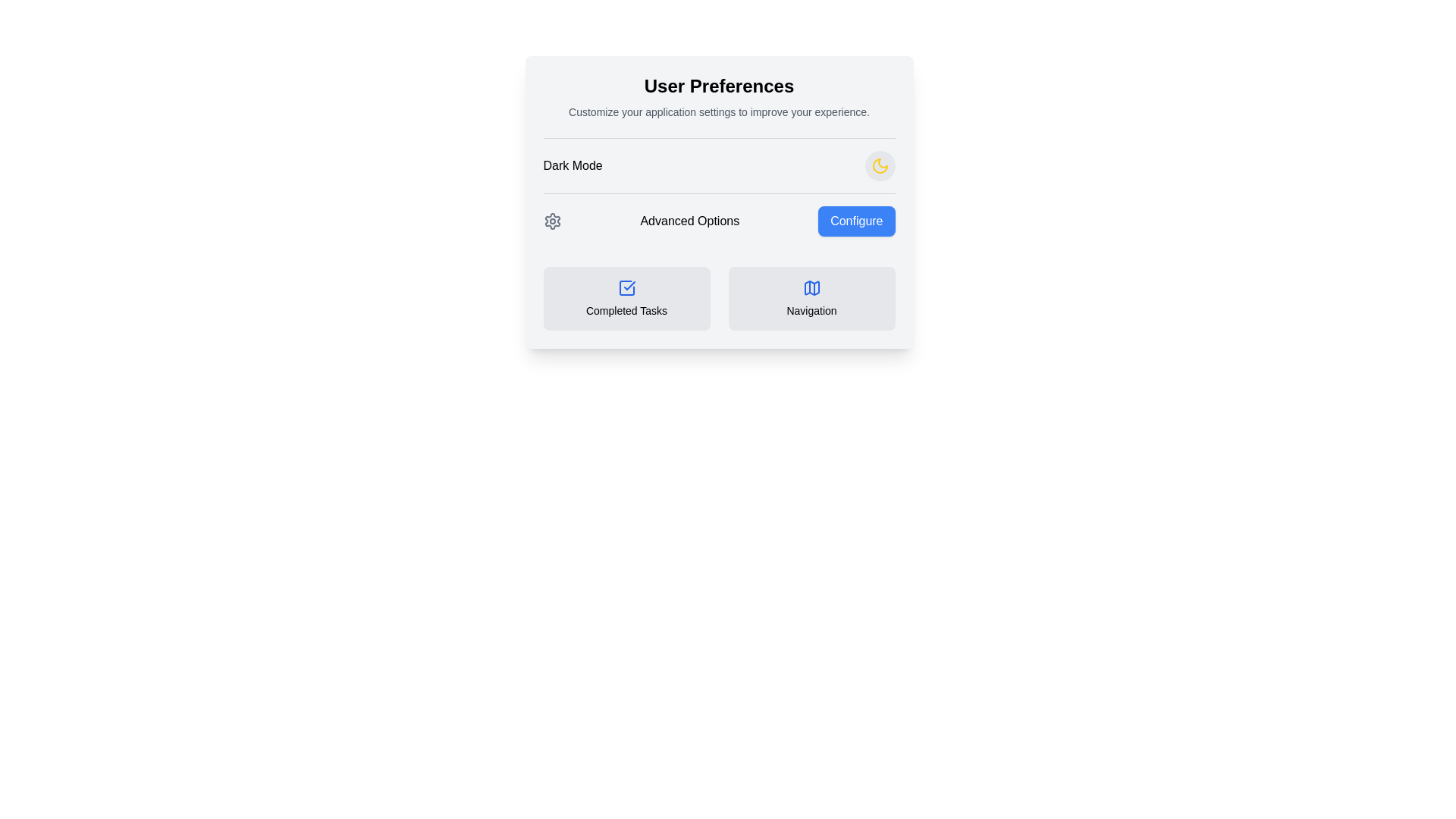  Describe the element at coordinates (811, 298) in the screenshot. I see `the second button-like card in the 'User Preferences' section` at that location.